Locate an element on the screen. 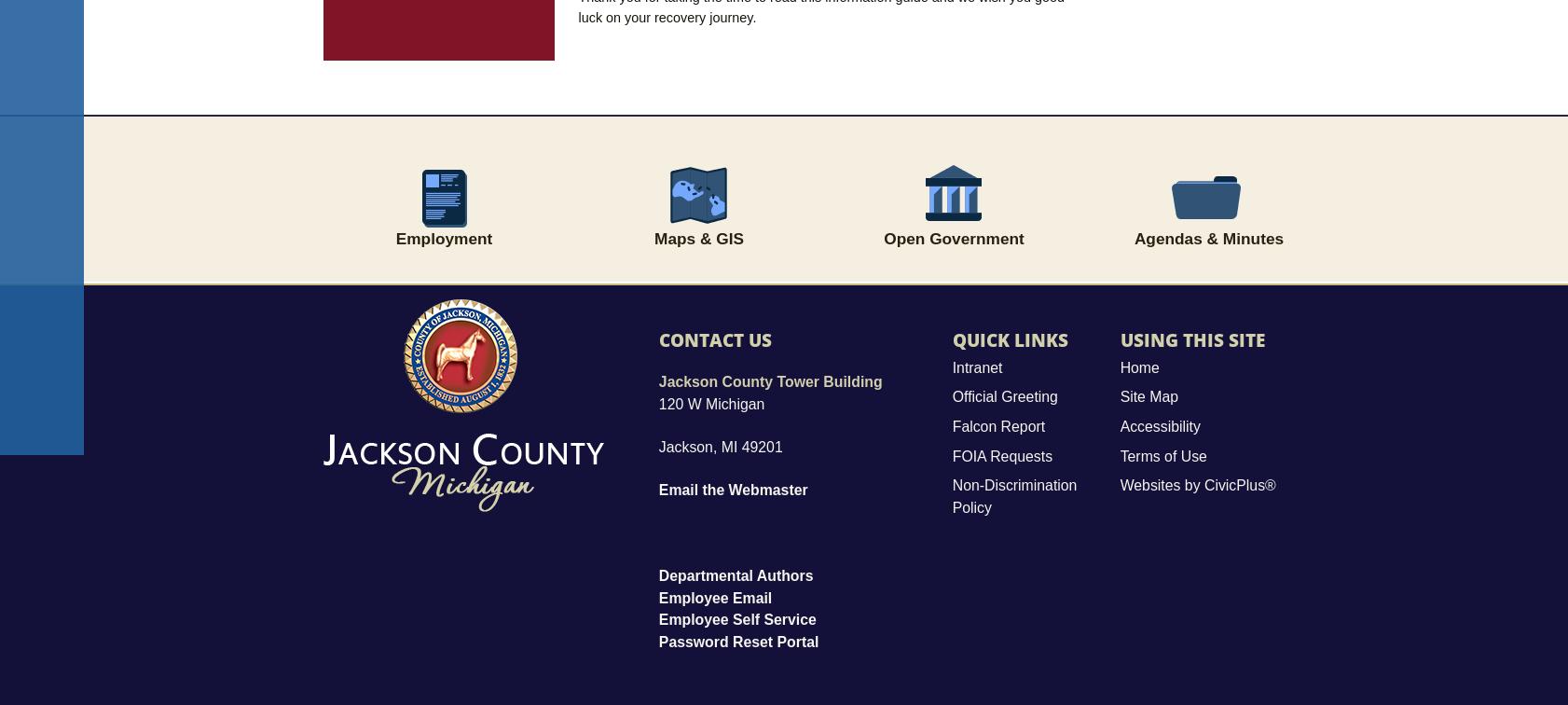 The image size is (1568, 705). 'Employment' is located at coordinates (444, 237).